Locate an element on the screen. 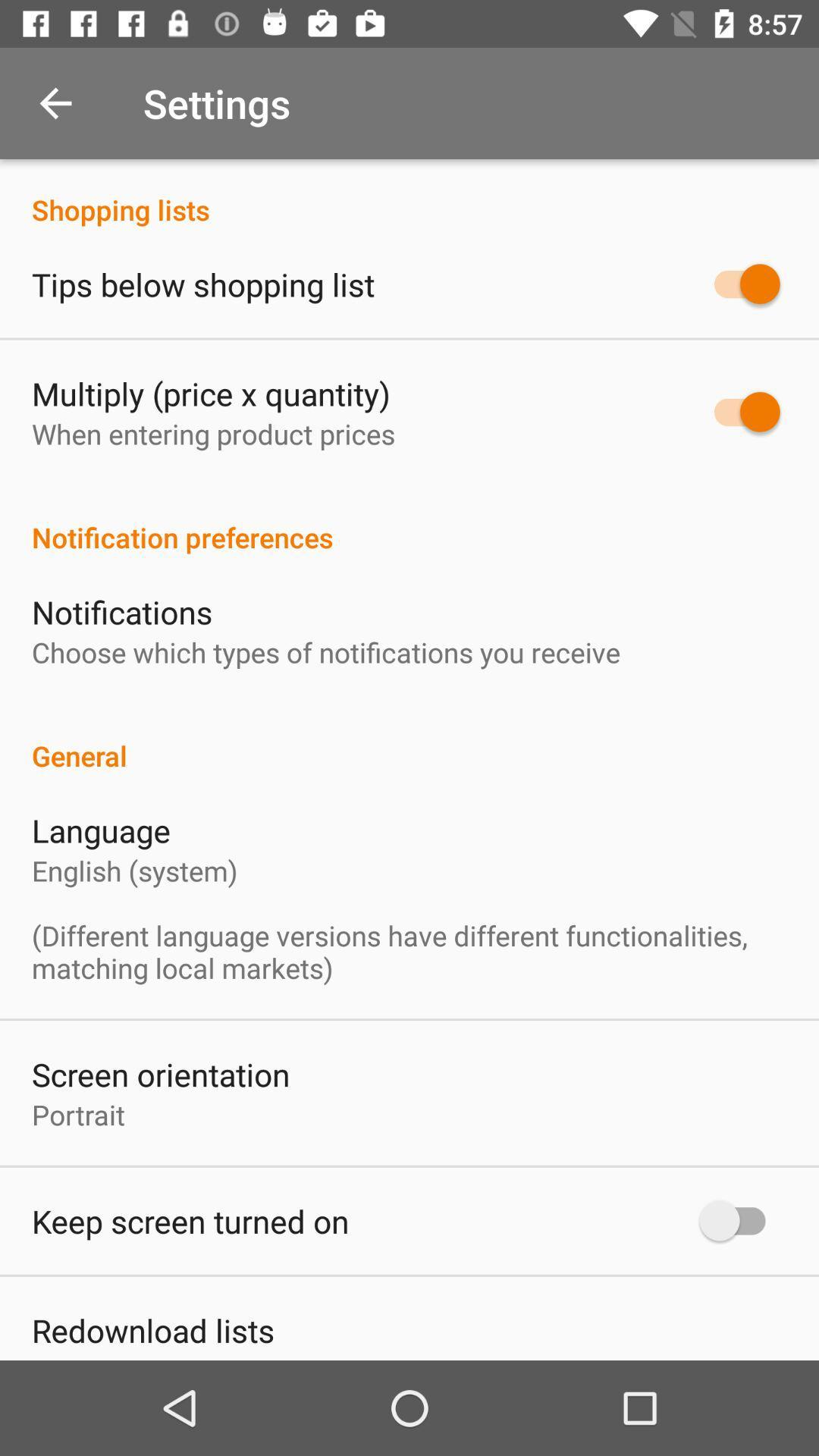 The width and height of the screenshot is (819, 1456). redownload lists item is located at coordinates (153, 1329).